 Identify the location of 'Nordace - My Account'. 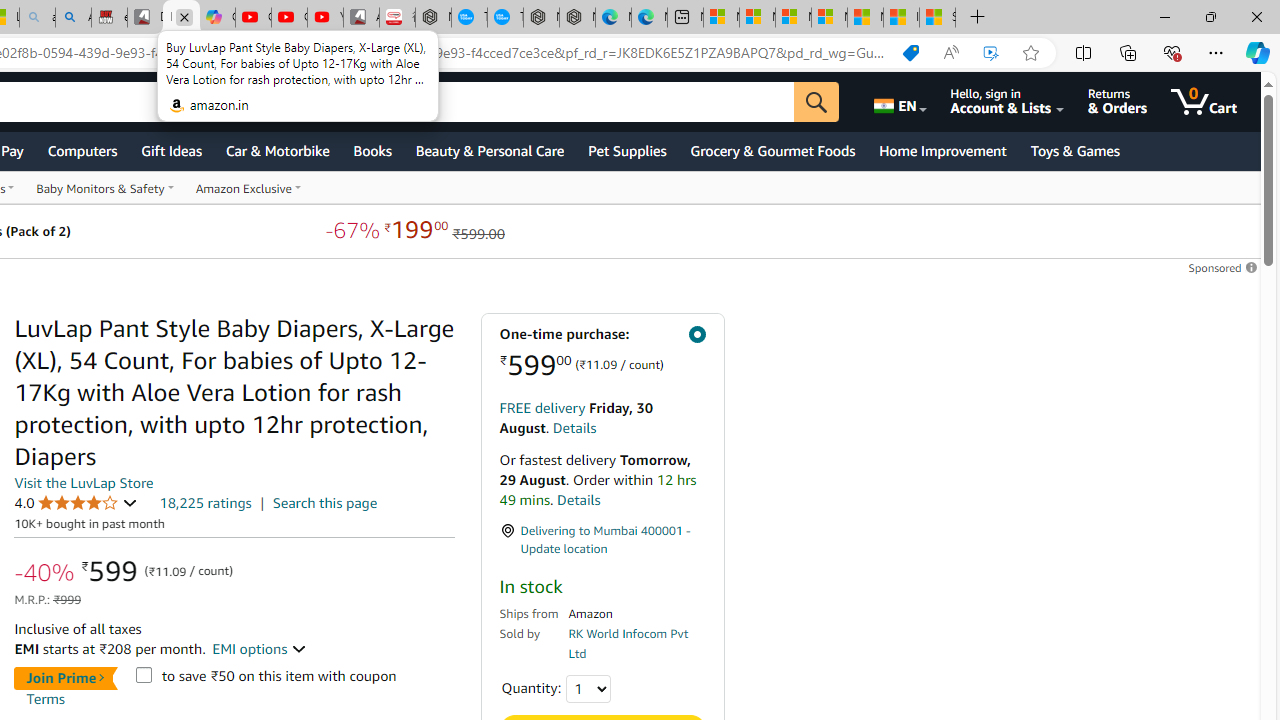
(432, 17).